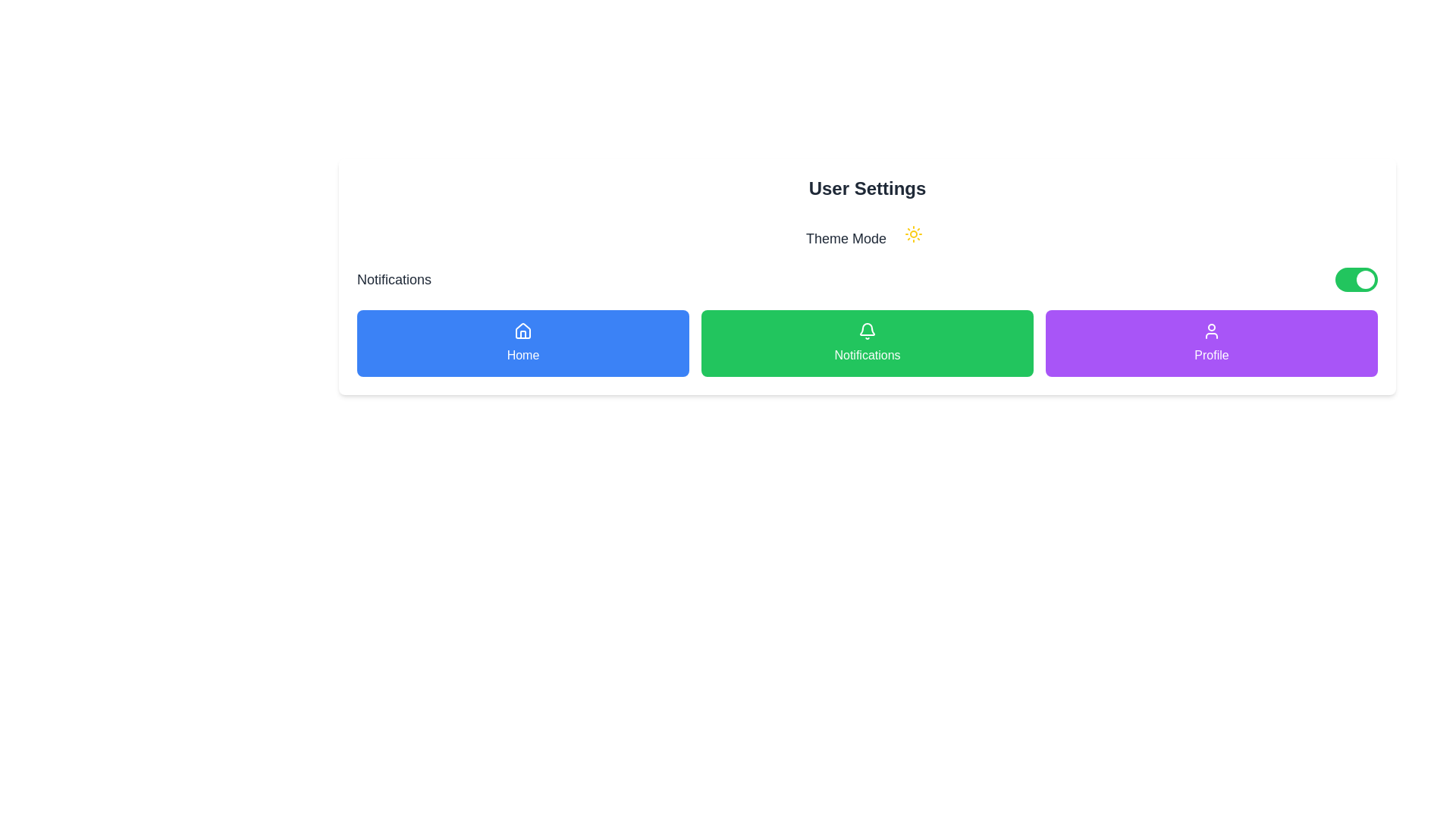 The image size is (1456, 819). Describe the element at coordinates (1211, 343) in the screenshot. I see `the 'Profile' button with a purple background and white text` at that location.